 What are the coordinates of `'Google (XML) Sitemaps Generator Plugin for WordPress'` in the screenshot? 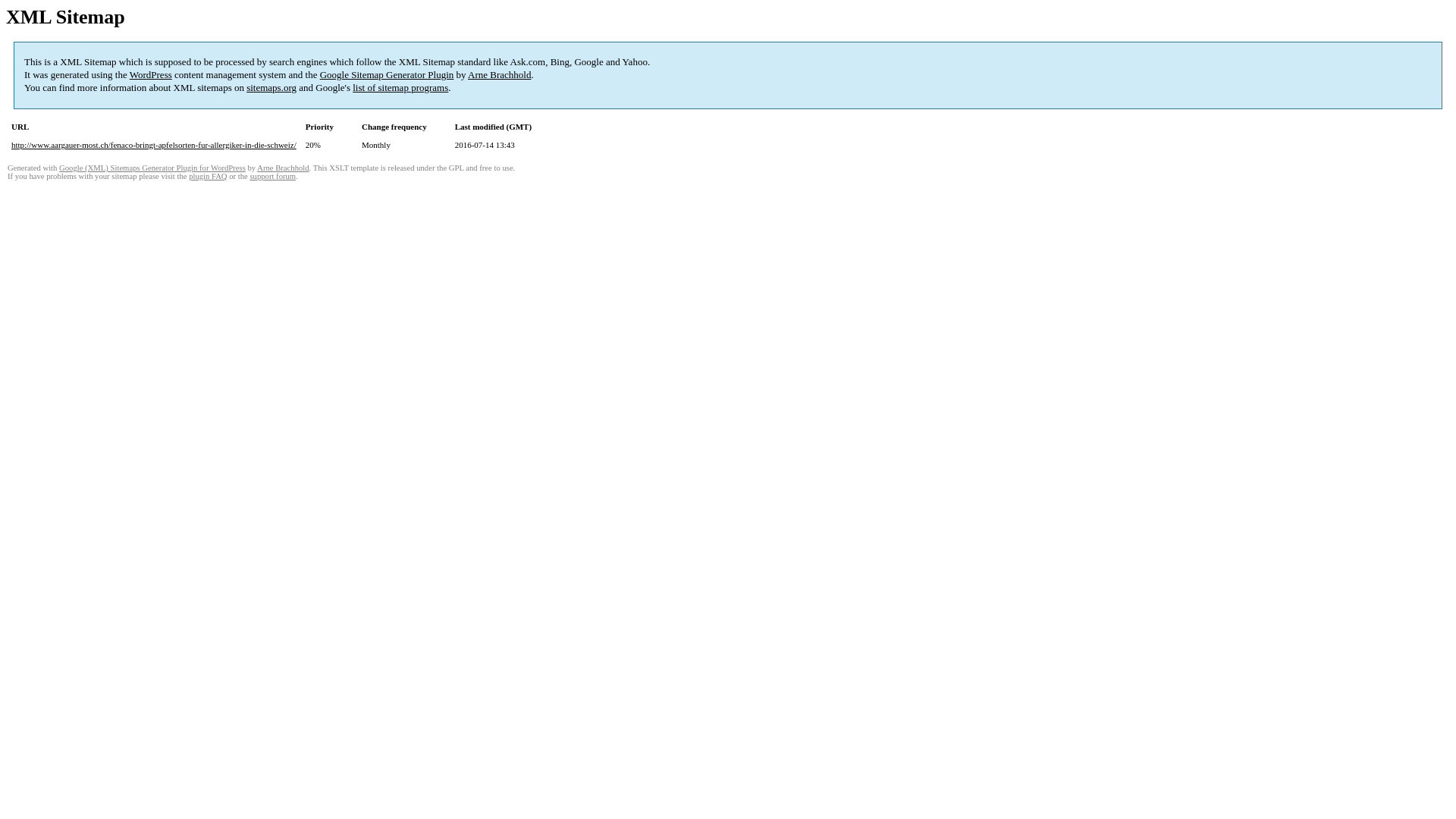 It's located at (152, 168).